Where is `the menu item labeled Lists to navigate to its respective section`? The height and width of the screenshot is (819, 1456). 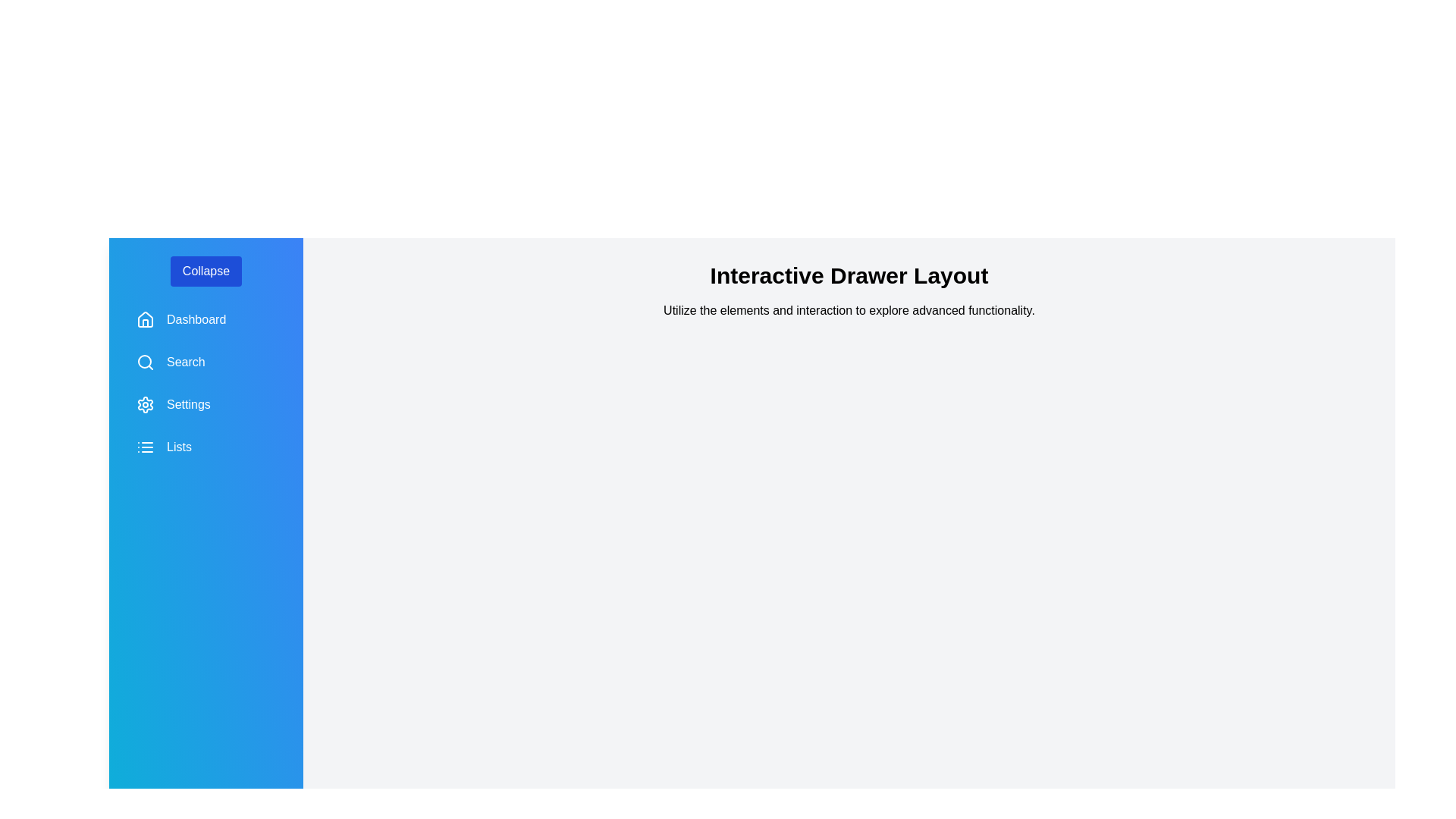
the menu item labeled Lists to navigate to its respective section is located at coordinates (206, 447).